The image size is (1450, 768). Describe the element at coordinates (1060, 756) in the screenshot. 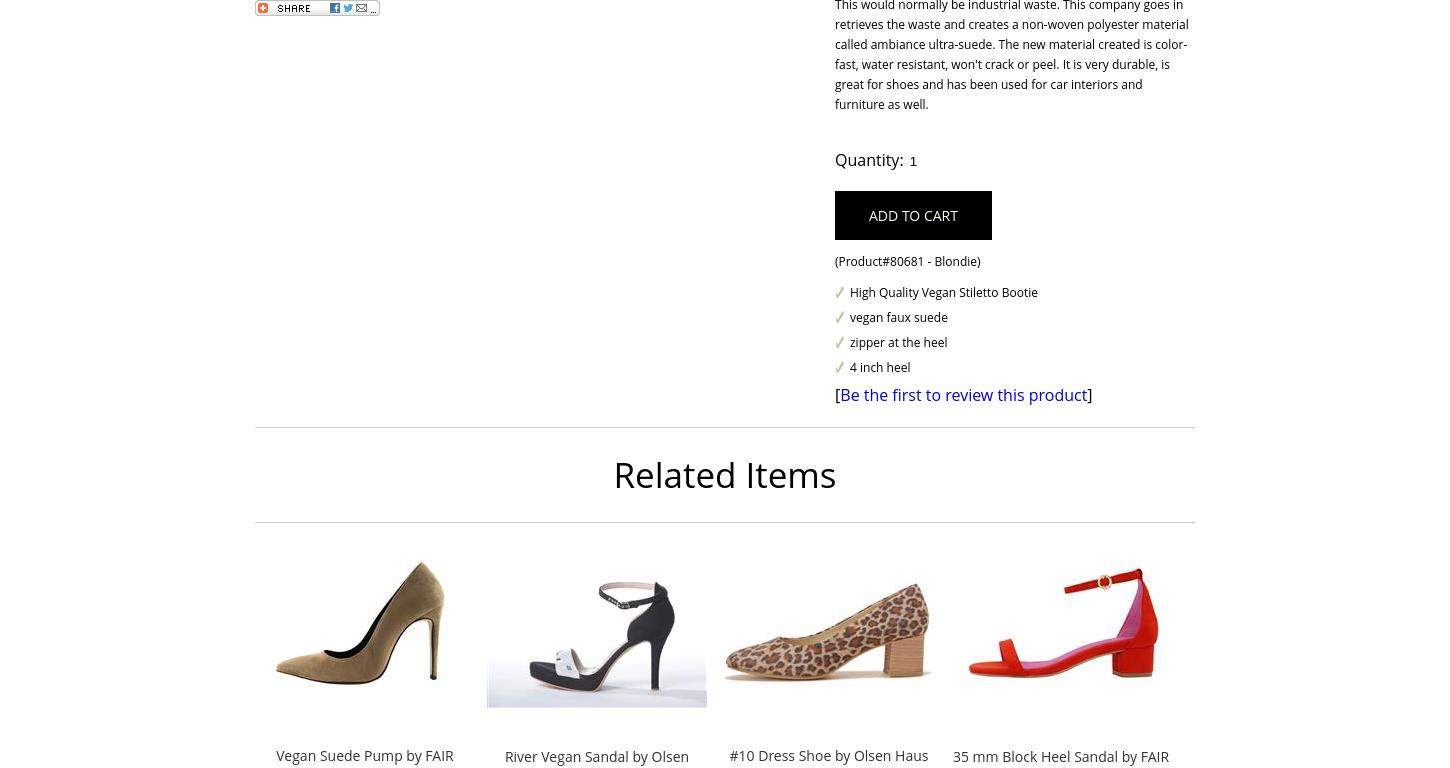

I see `'35 mm Block Heel Sandal by FAIR'` at that location.